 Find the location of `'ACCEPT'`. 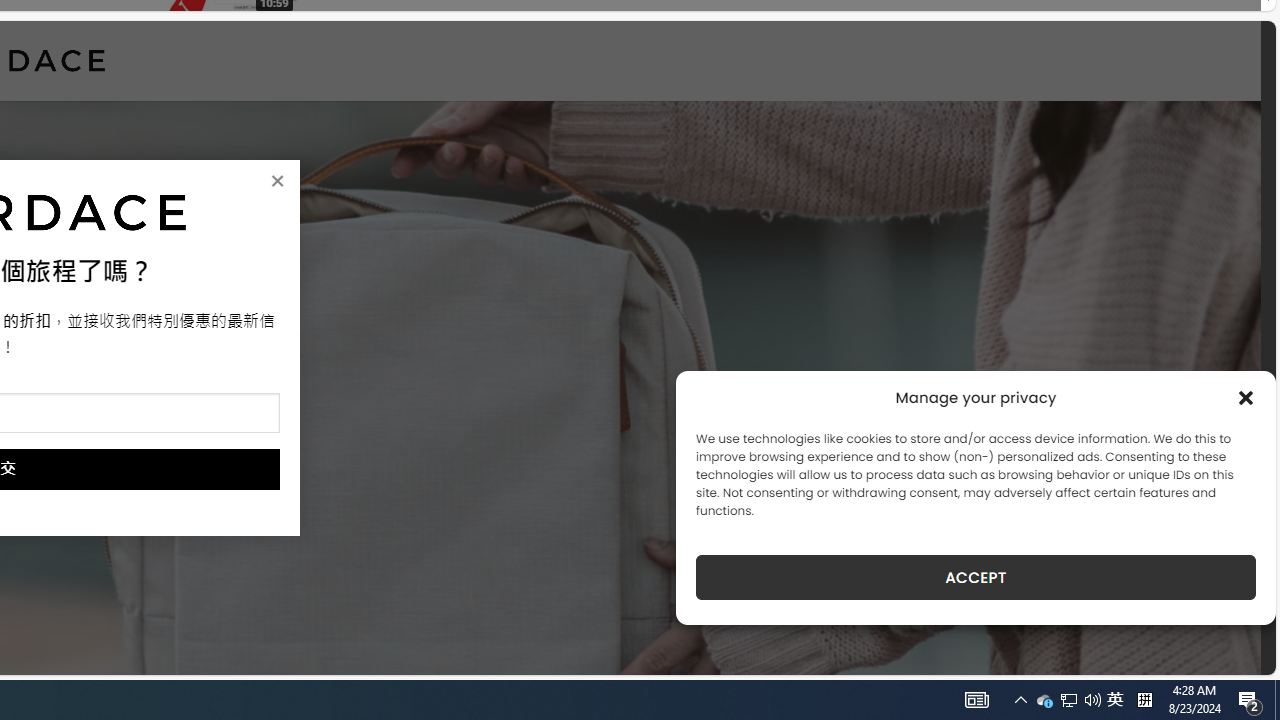

'ACCEPT' is located at coordinates (976, 577).